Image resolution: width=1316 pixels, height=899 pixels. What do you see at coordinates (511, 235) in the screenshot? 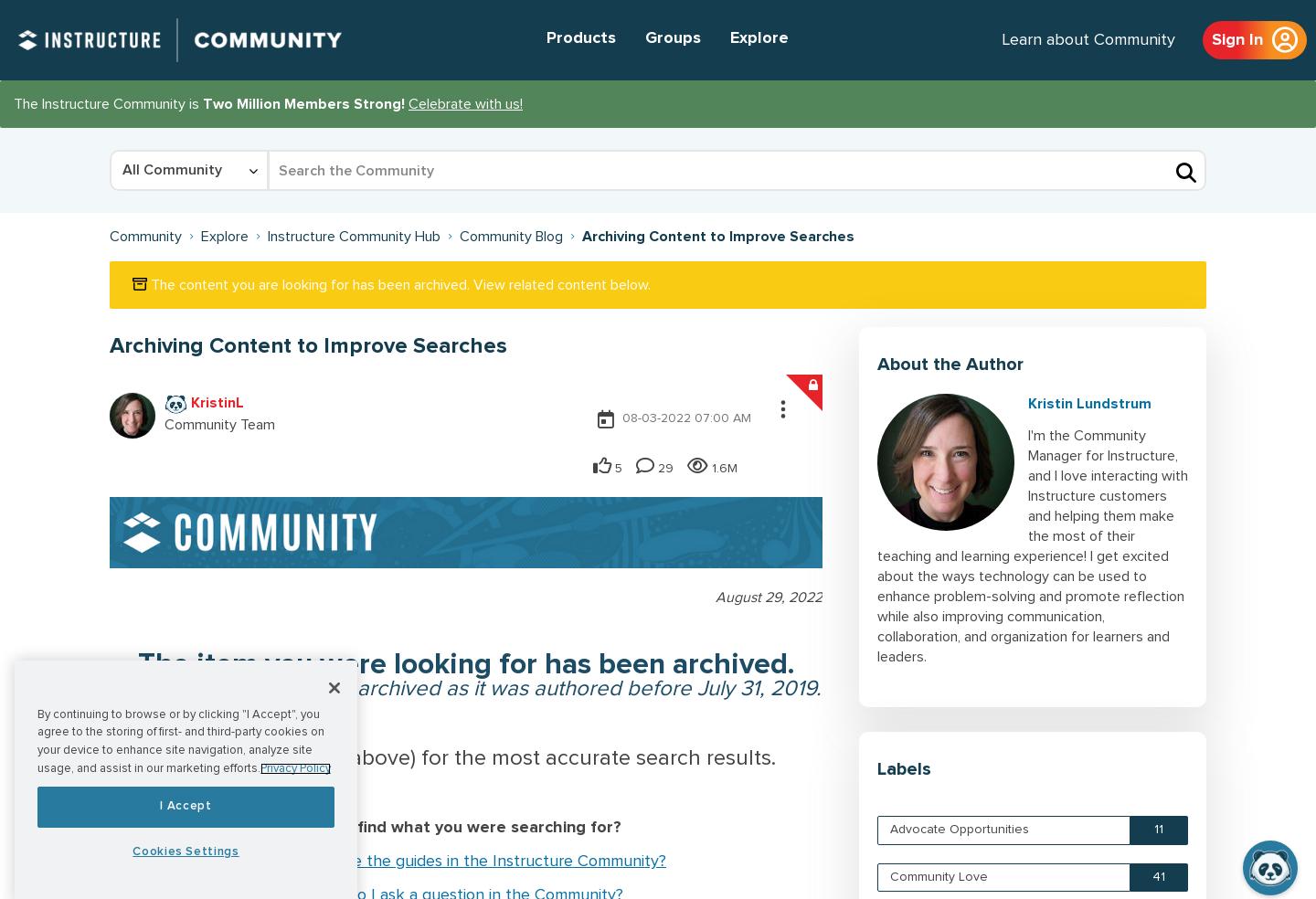
I see `'Community Blog'` at bounding box center [511, 235].